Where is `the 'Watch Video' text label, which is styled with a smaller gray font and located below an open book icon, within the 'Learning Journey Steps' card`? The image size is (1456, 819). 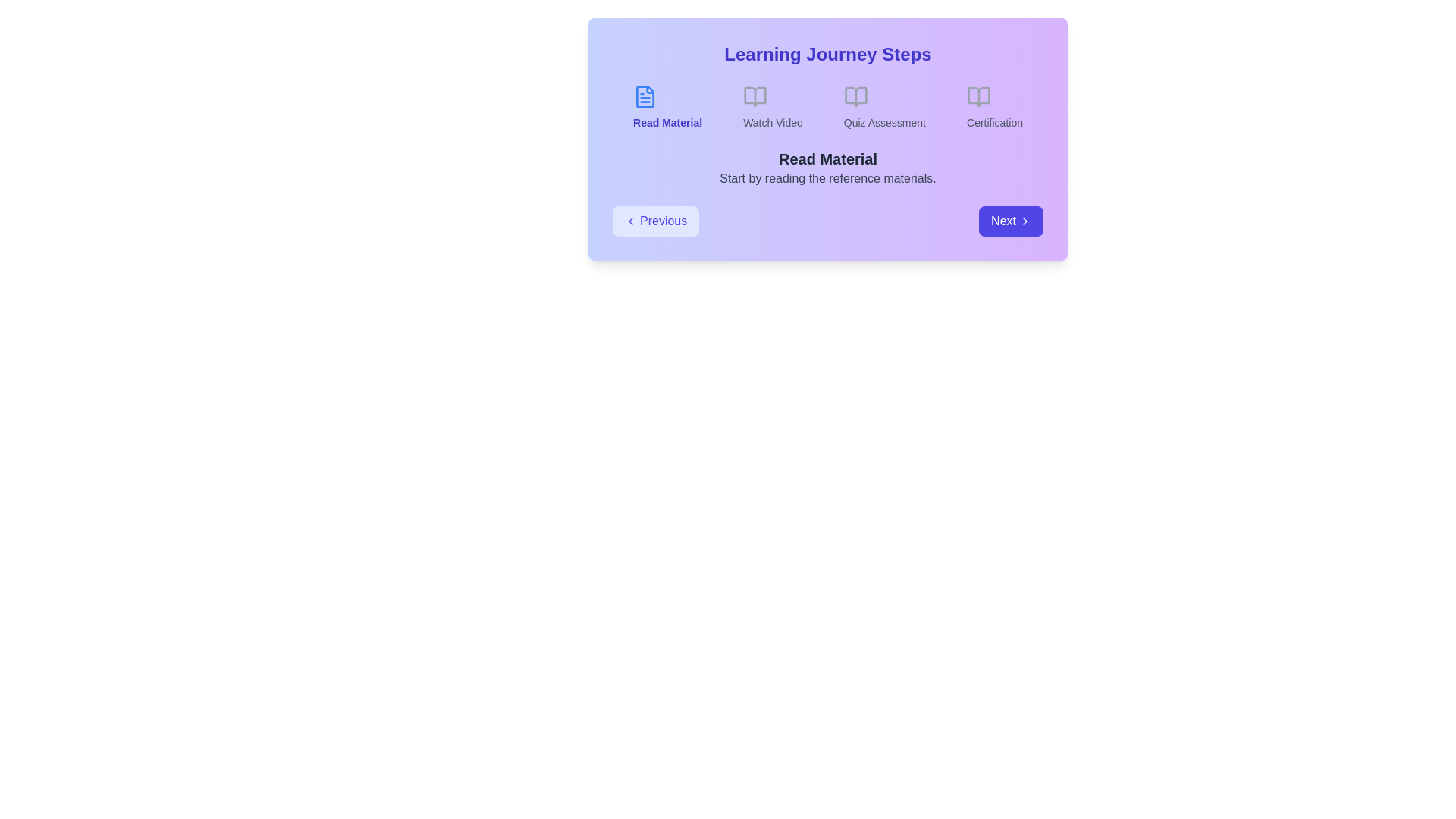 the 'Watch Video' text label, which is styled with a smaller gray font and located below an open book icon, within the 'Learning Journey Steps' card is located at coordinates (773, 122).